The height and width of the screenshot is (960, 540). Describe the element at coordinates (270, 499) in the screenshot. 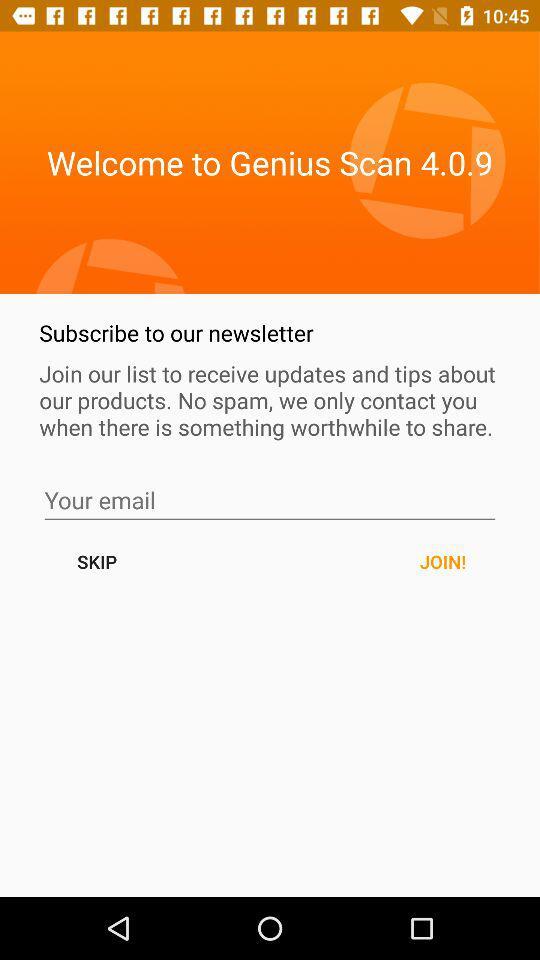

I see `skip` at that location.